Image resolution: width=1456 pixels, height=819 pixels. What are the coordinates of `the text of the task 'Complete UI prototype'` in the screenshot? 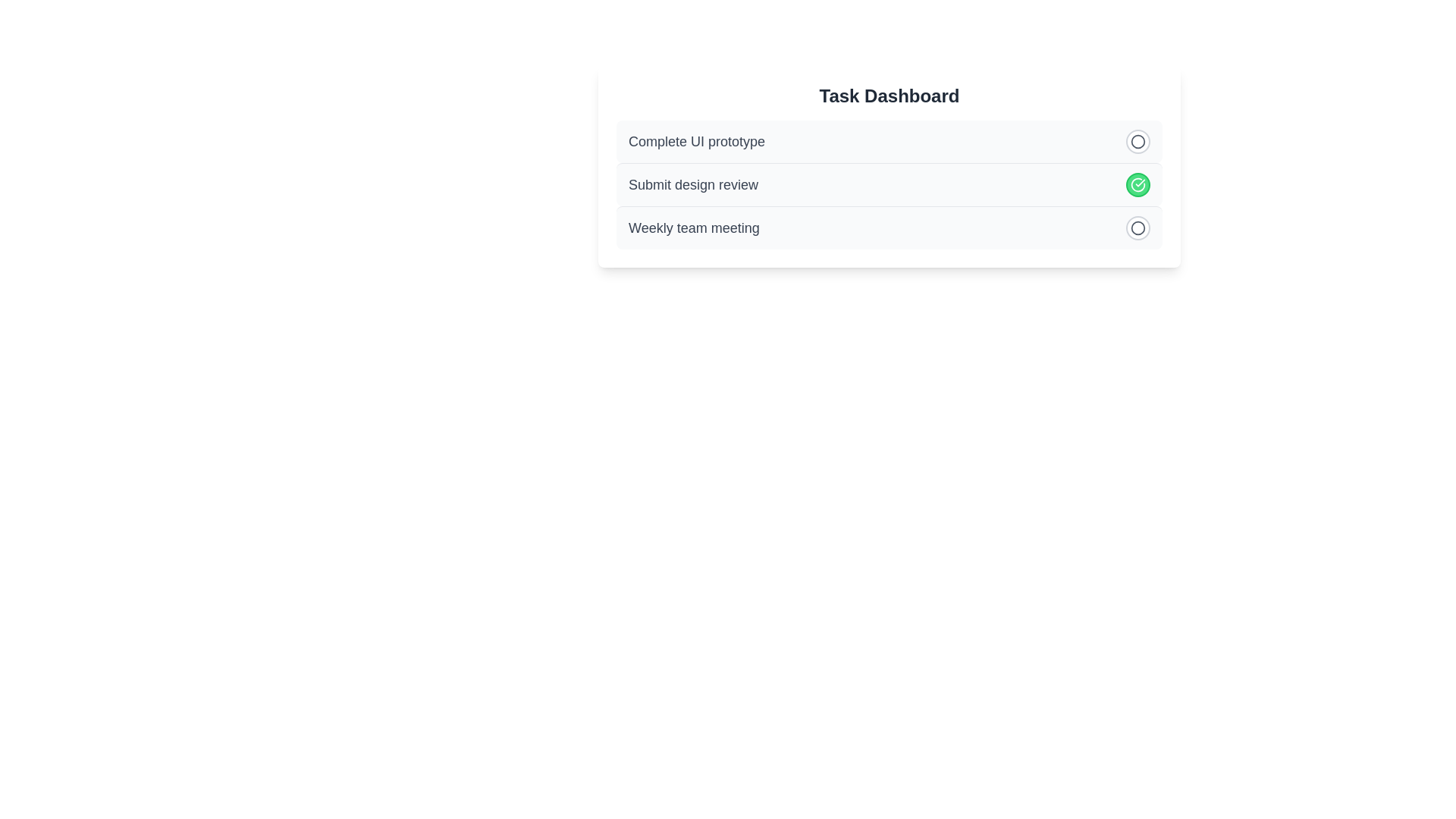 It's located at (695, 141).